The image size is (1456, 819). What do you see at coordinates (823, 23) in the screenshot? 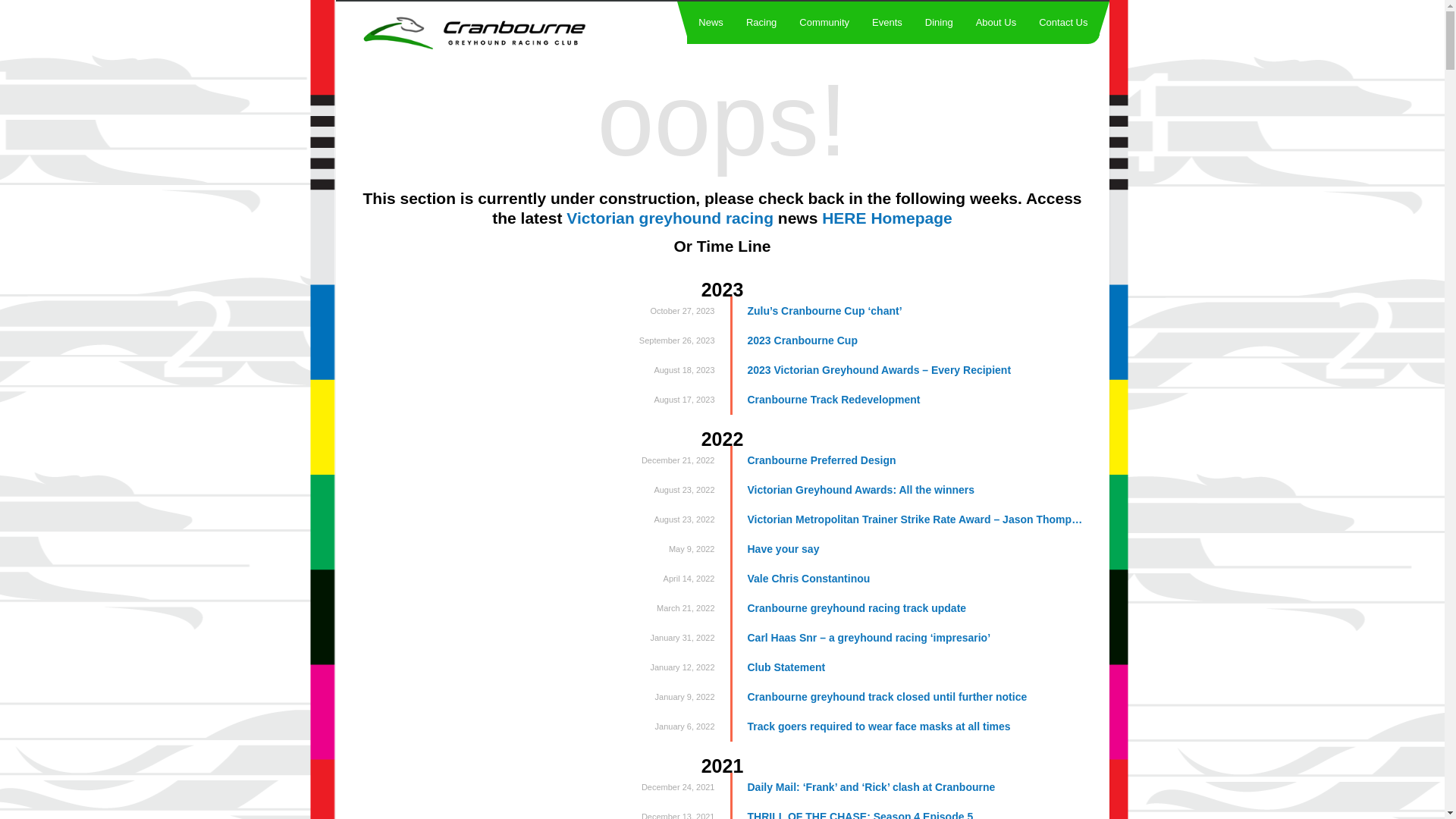
I see `'Community'` at bounding box center [823, 23].